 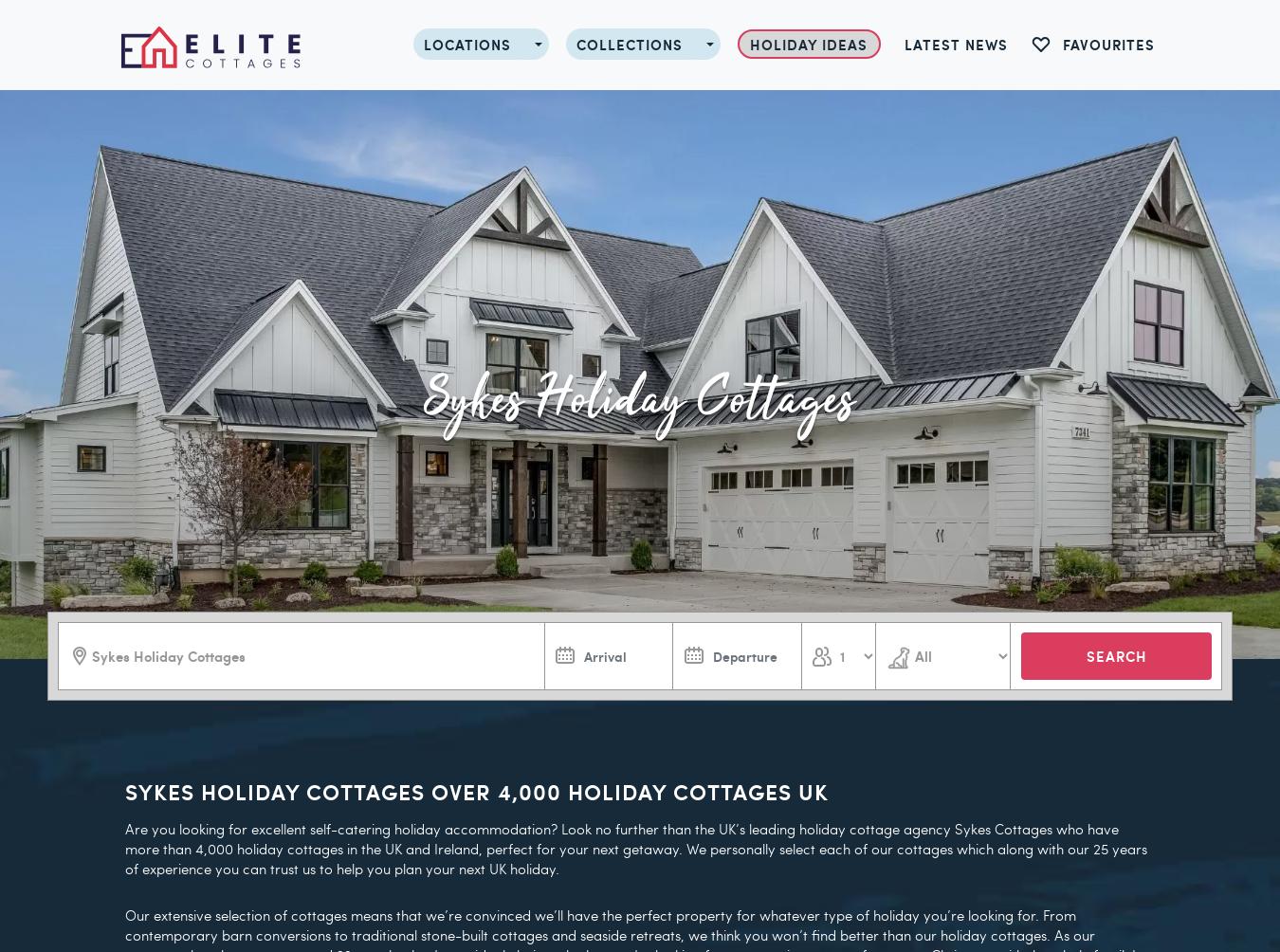 What do you see at coordinates (913, 538) in the screenshot?
I see `'Bedrooms
                                3'` at bounding box center [913, 538].